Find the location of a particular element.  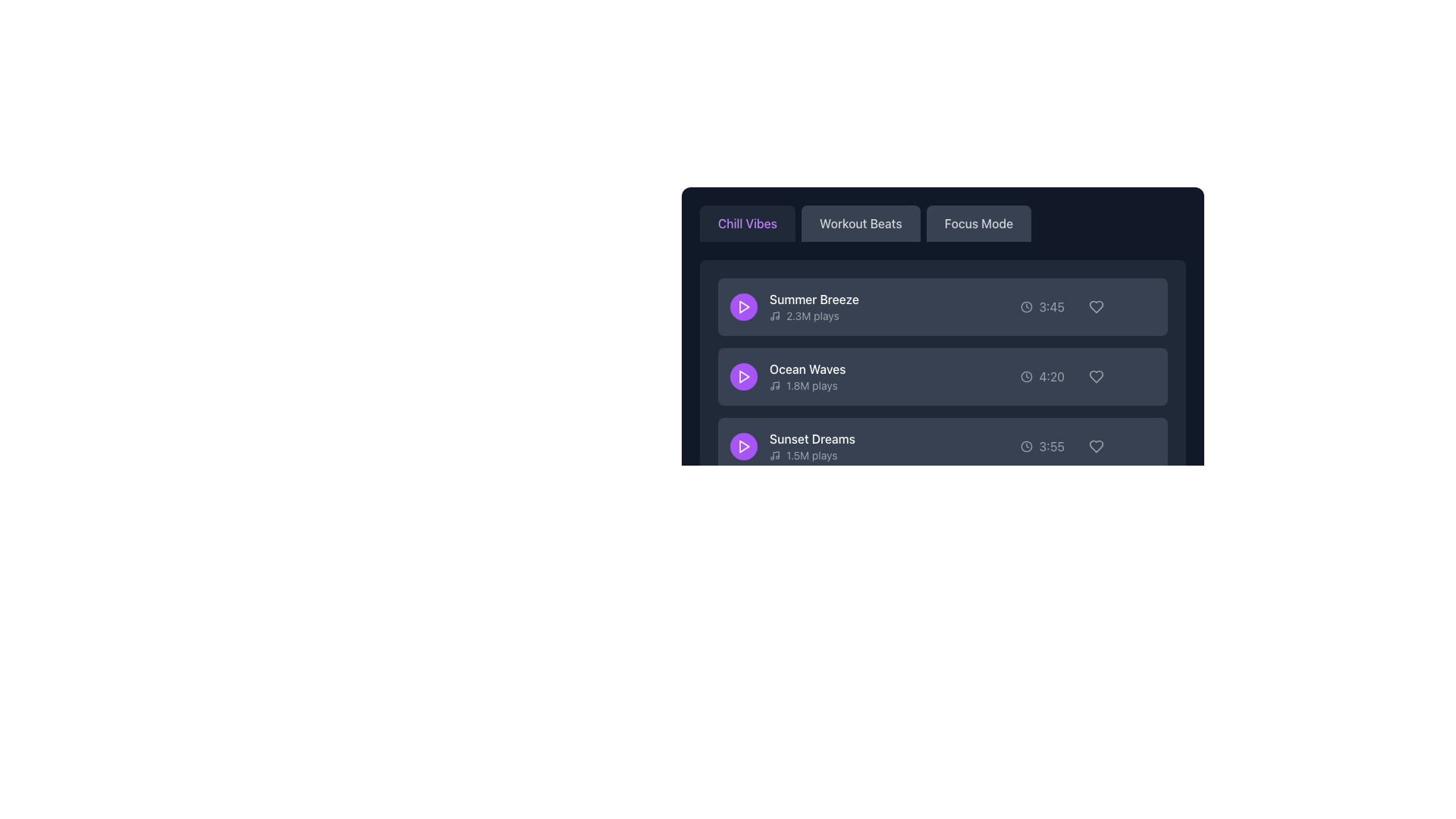

the list item labeled 'Sunset Dreams' with a purple circular background and white play icon is located at coordinates (792, 446).